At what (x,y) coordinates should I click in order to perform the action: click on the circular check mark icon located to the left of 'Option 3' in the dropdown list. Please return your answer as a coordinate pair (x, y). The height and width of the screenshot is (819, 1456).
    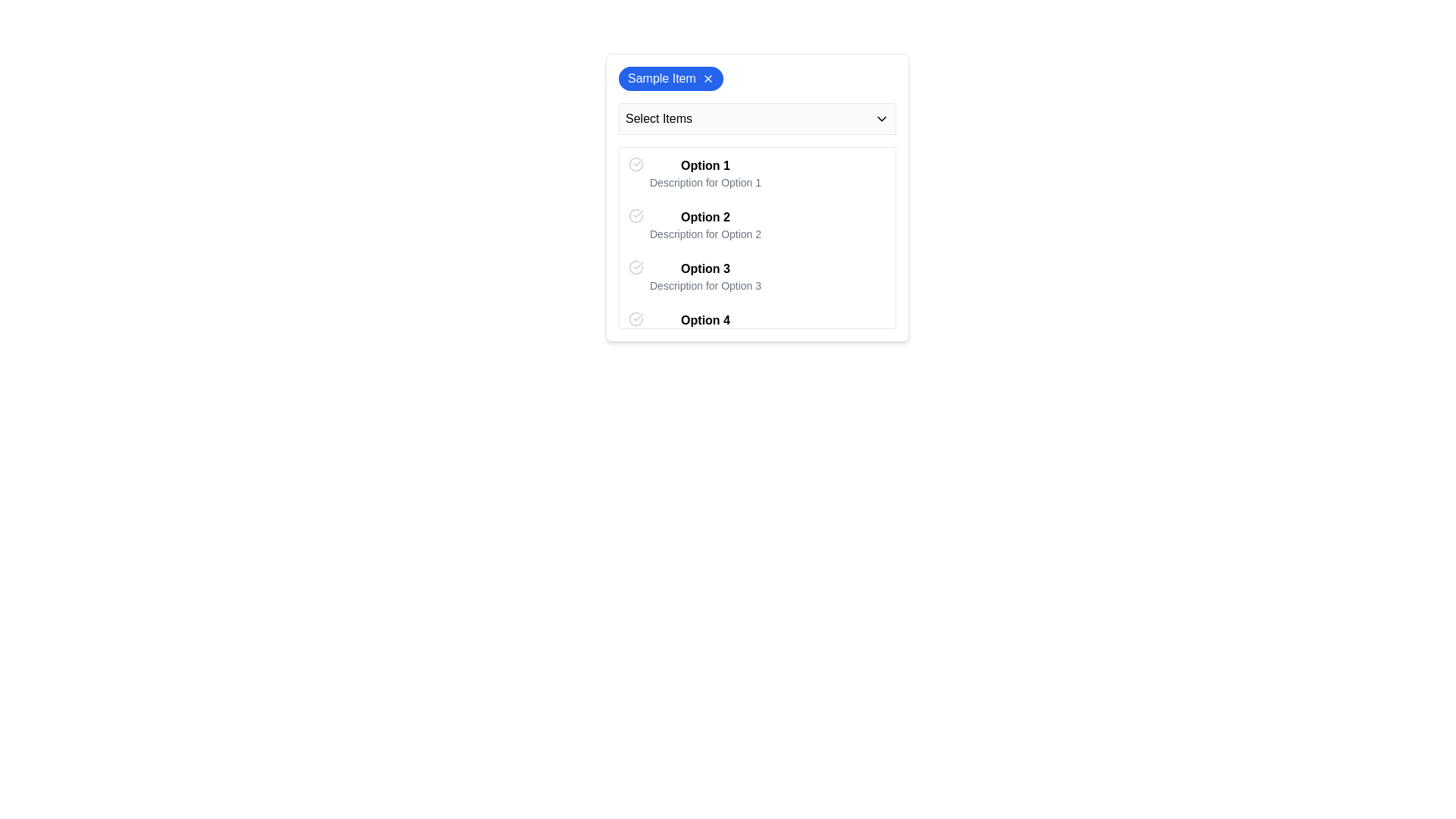
    Looking at the image, I should click on (636, 267).